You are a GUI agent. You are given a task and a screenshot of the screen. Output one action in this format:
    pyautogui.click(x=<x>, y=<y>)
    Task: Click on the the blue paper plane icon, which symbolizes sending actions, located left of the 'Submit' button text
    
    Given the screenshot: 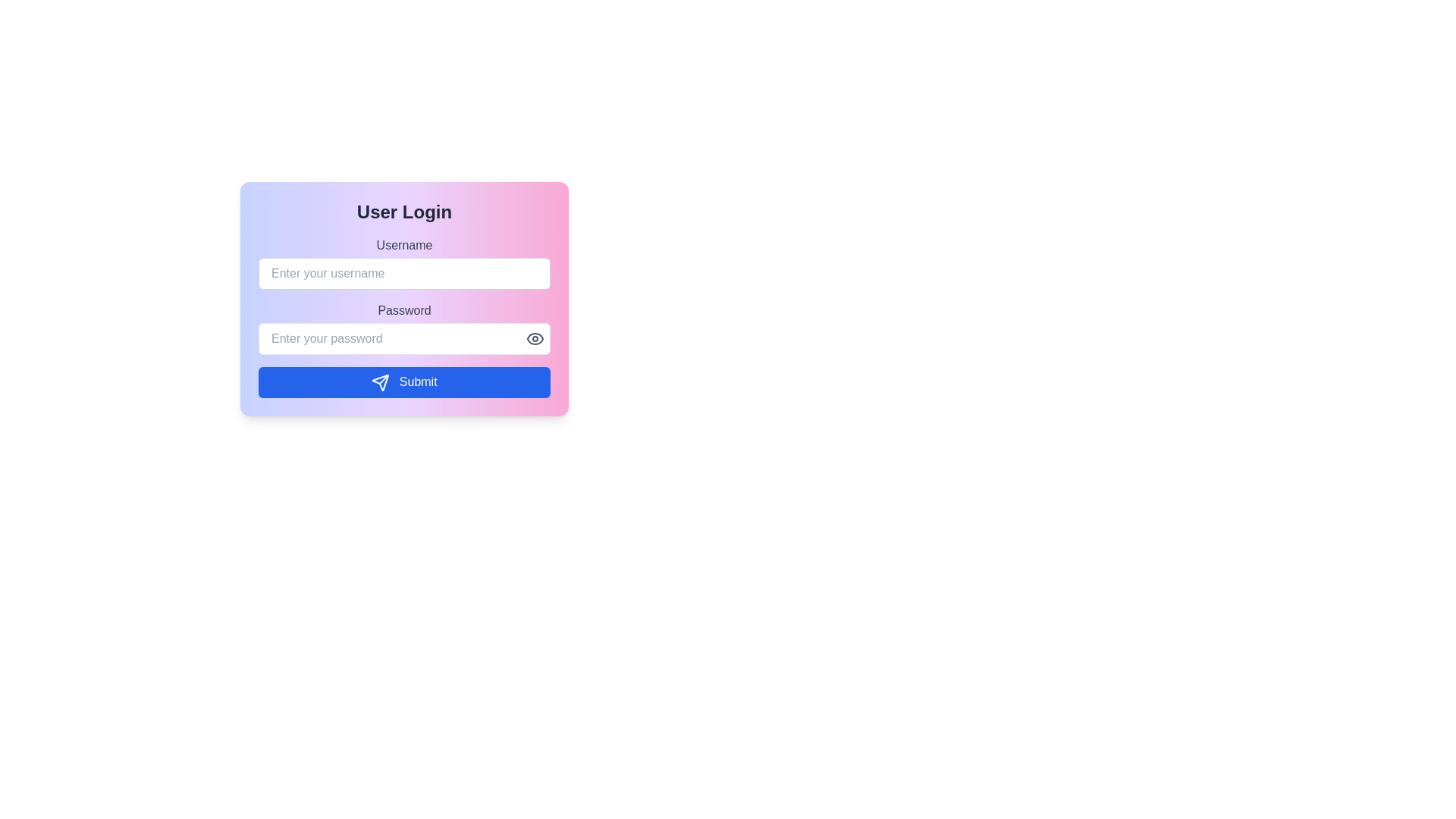 What is the action you would take?
    pyautogui.click(x=381, y=381)
    